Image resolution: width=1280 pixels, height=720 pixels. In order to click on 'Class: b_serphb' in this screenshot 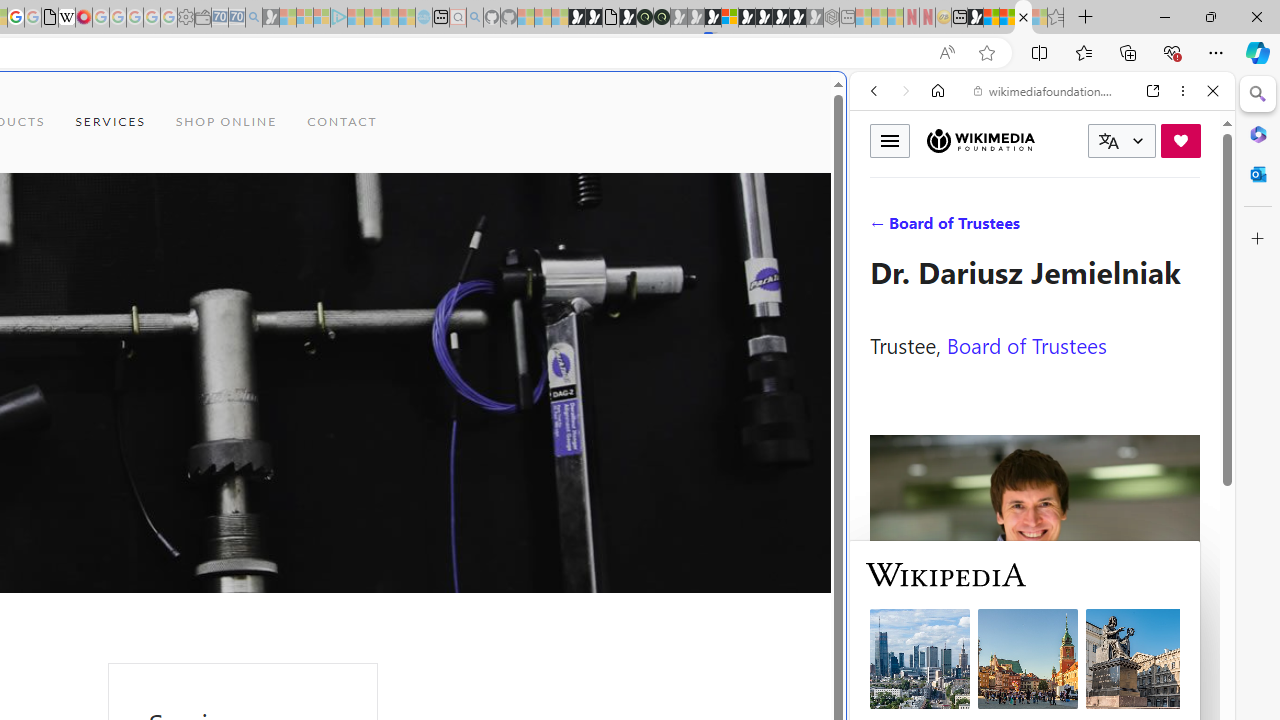, I will do `click(1190, 229)`.